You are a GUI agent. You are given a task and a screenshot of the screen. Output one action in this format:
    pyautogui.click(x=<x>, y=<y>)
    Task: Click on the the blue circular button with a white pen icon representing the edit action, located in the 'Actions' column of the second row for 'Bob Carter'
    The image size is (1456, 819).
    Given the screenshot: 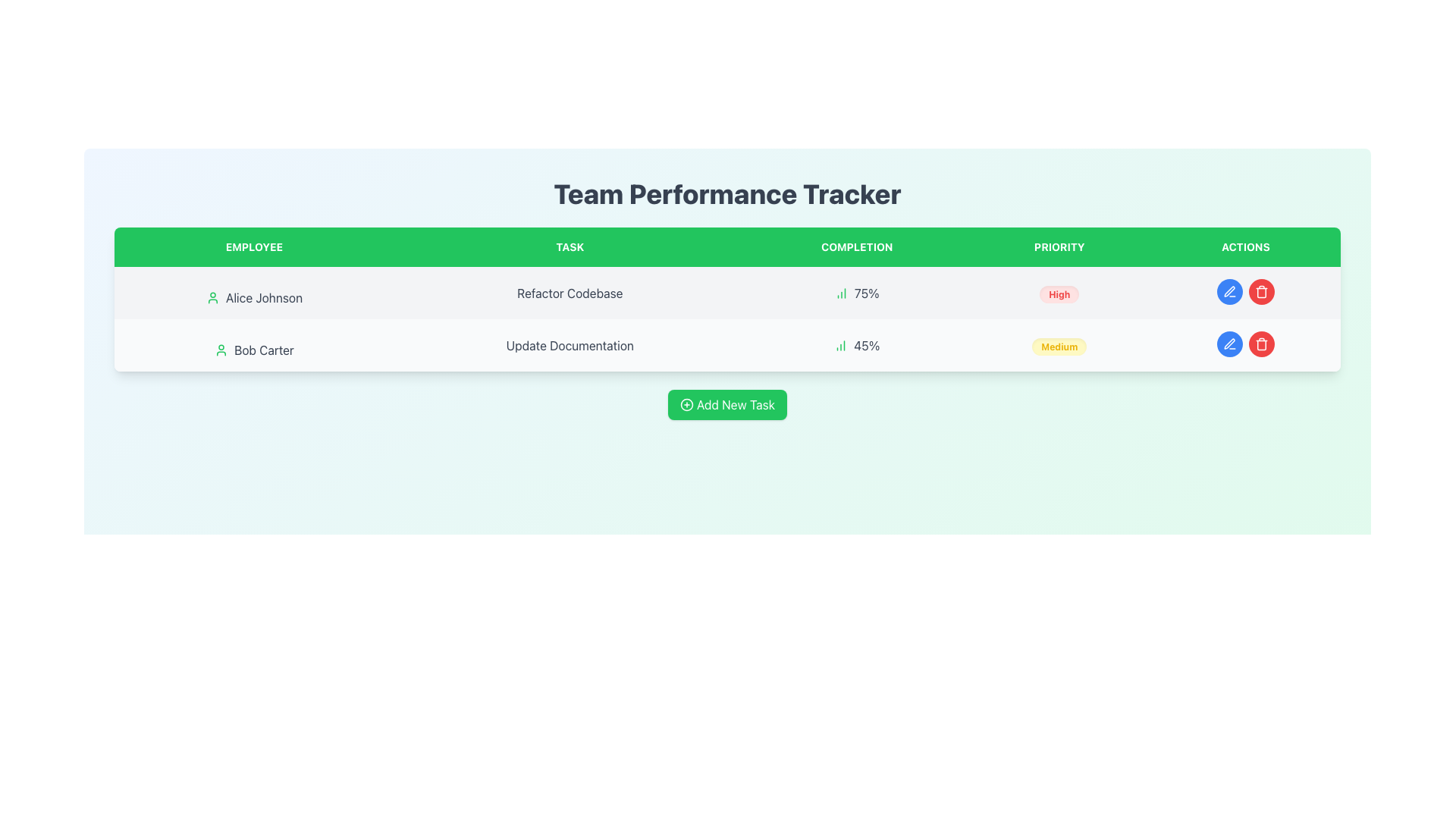 What is the action you would take?
    pyautogui.click(x=1229, y=292)
    